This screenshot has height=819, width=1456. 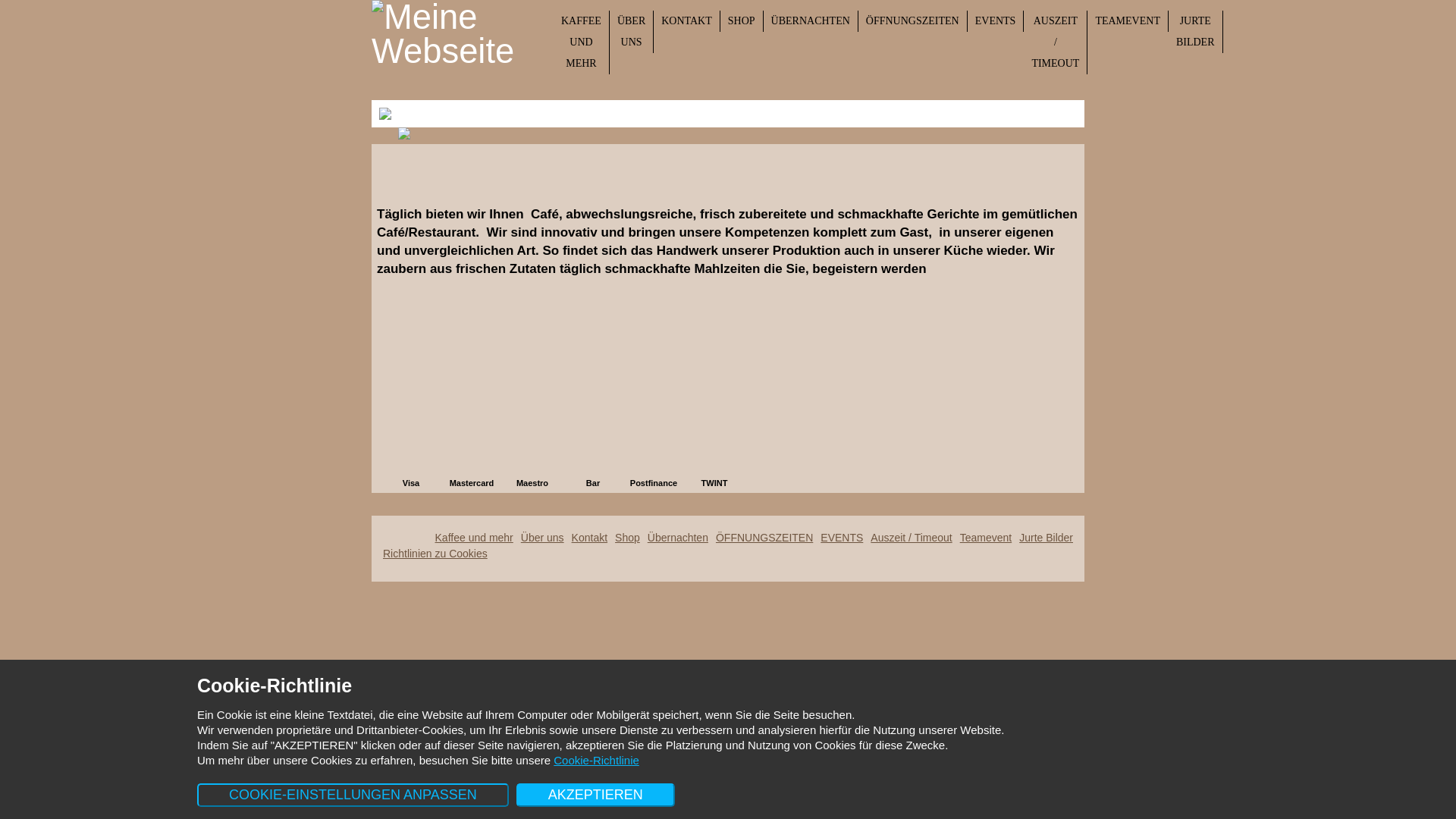 I want to click on 'Auszeit / Timeout', so click(x=910, y=537).